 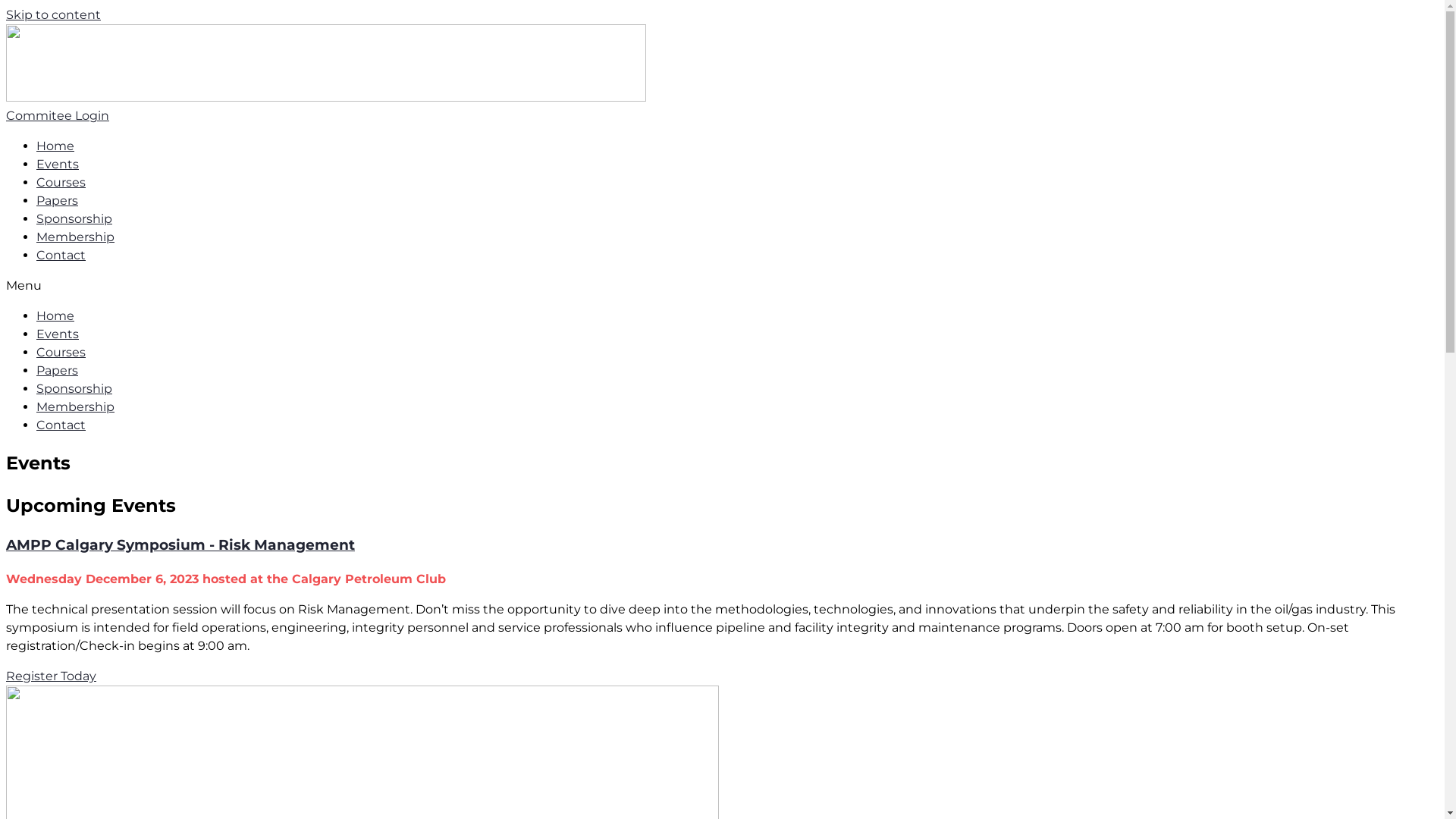 What do you see at coordinates (57, 370) in the screenshot?
I see `'Papers'` at bounding box center [57, 370].